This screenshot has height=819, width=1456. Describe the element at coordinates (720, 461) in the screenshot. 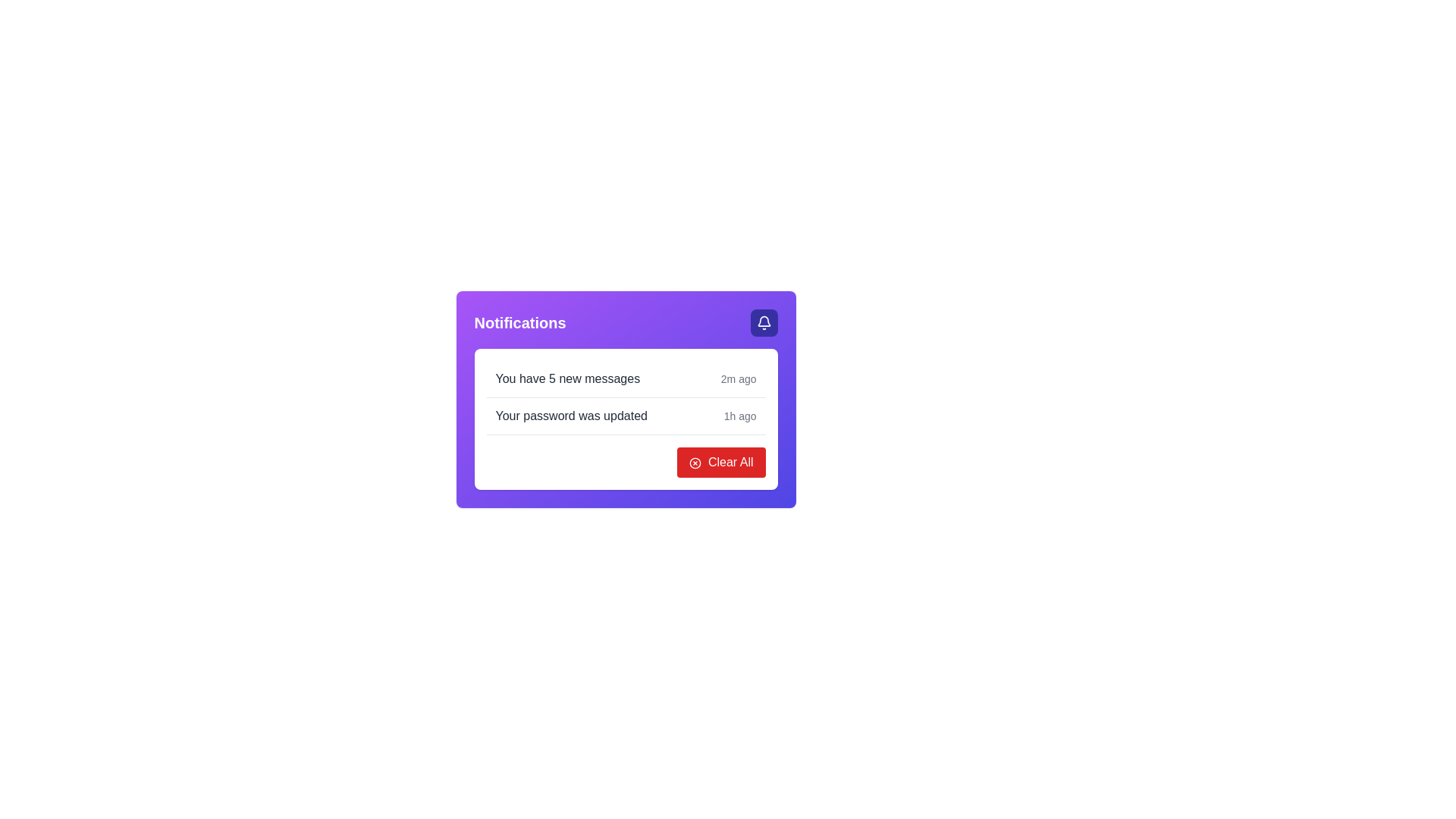

I see `the red 'Clear All' button with white text and an 'X' icon, located at the bottom-right corner of the purple notification panel for tooltip or visual feedback` at that location.